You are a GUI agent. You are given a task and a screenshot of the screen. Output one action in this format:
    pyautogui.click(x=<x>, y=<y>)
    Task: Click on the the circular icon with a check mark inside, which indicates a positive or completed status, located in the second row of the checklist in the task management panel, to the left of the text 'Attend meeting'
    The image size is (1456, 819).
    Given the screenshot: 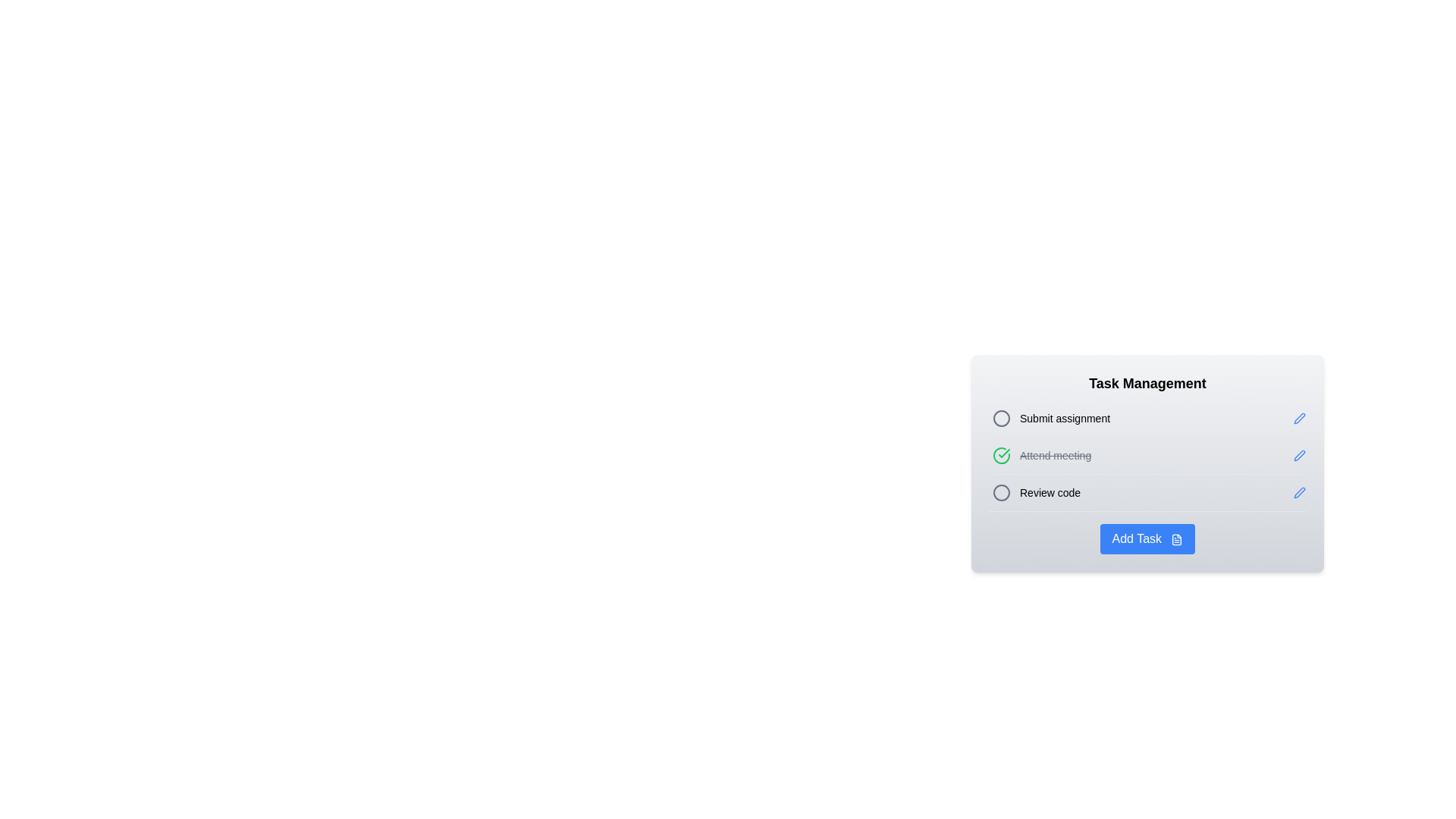 What is the action you would take?
    pyautogui.click(x=1001, y=455)
    